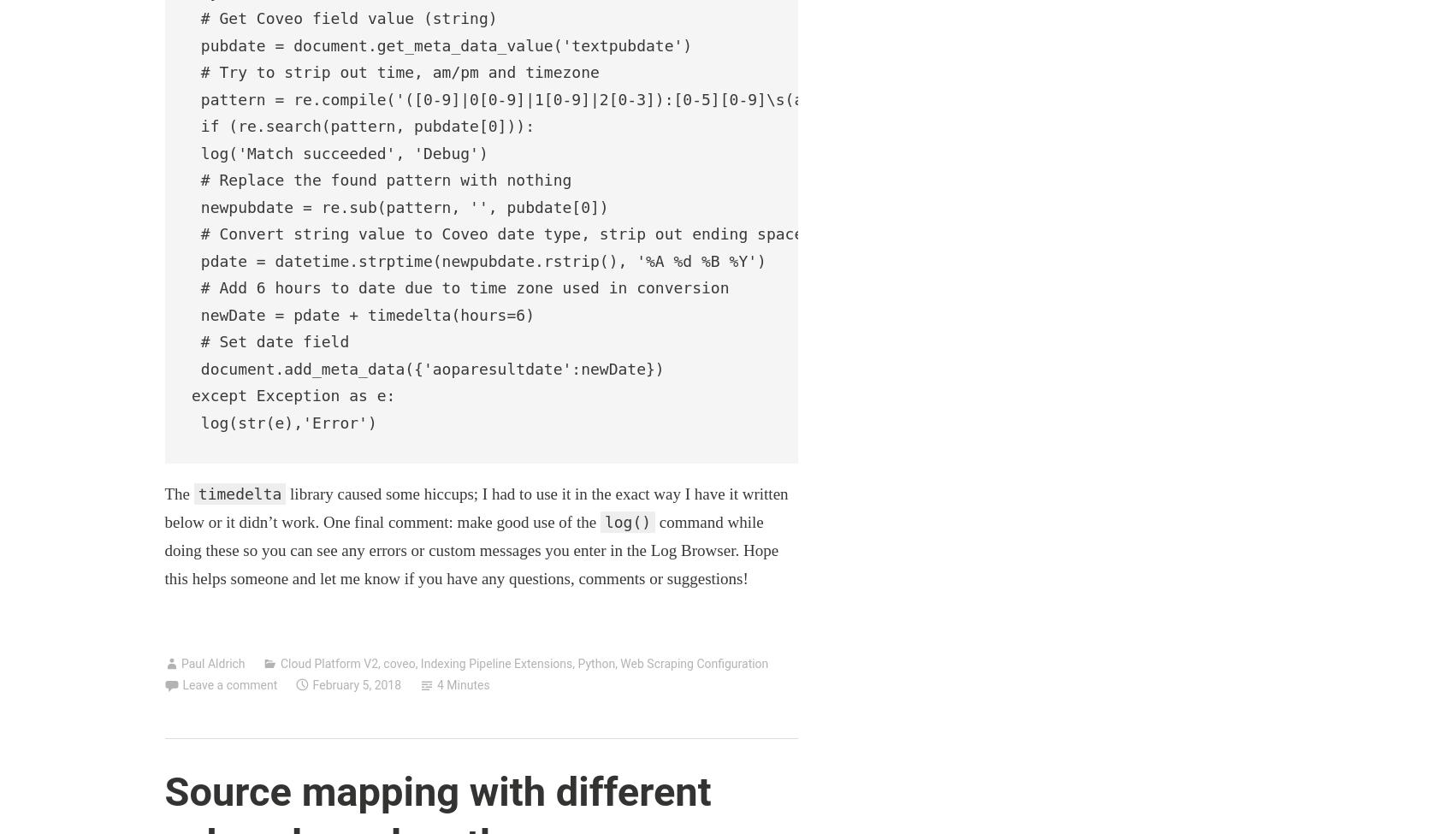 Image resolution: width=1456 pixels, height=834 pixels. I want to click on 'Leave a comment', so click(181, 684).